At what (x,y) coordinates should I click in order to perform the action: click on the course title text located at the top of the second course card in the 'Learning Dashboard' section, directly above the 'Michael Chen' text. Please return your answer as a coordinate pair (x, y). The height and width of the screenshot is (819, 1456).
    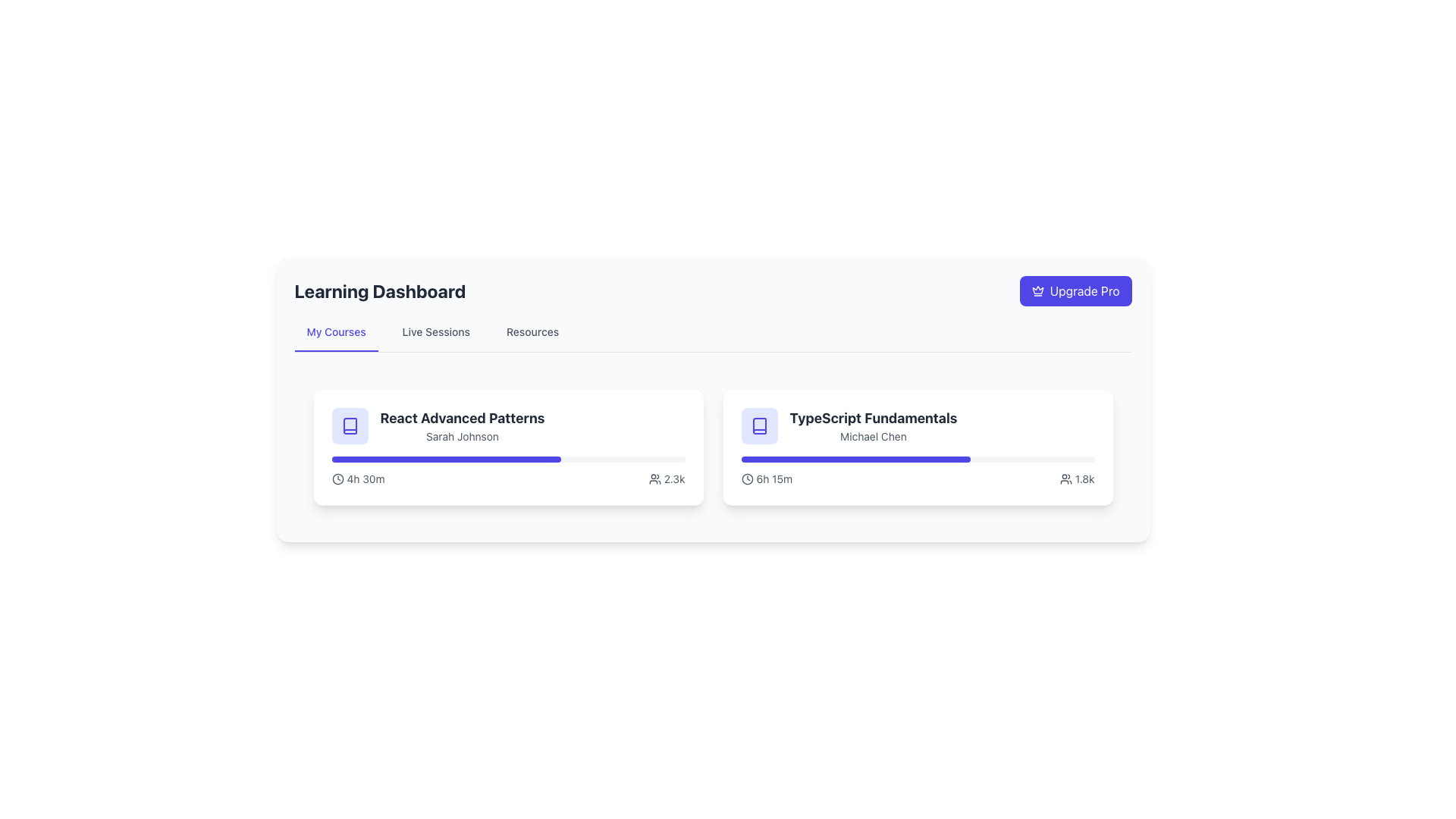
    Looking at the image, I should click on (874, 418).